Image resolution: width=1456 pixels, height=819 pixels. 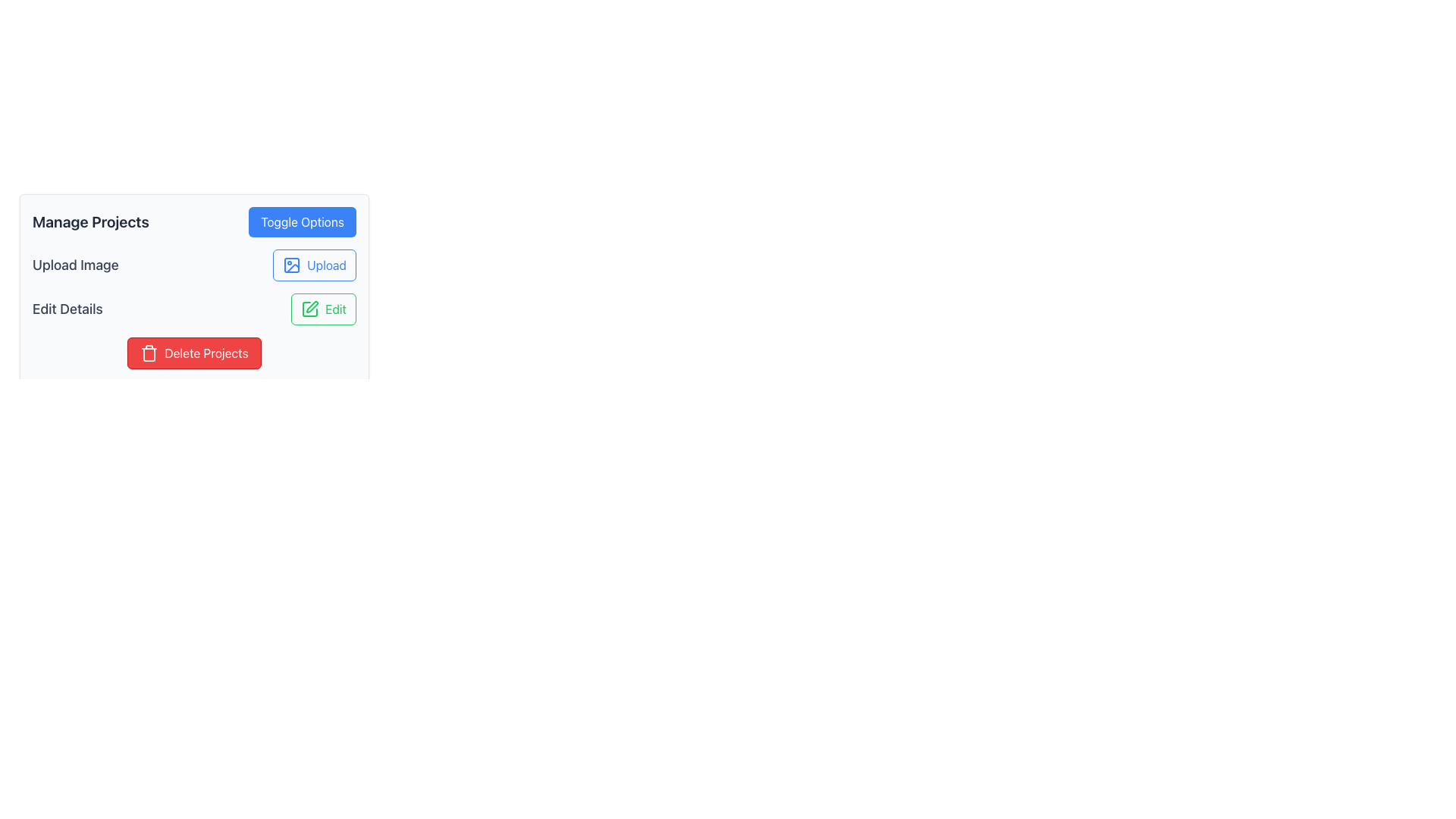 I want to click on the delete button located at the bottom of the 'Manage Projects' interface to initiate the deletion of projects, so click(x=193, y=353).